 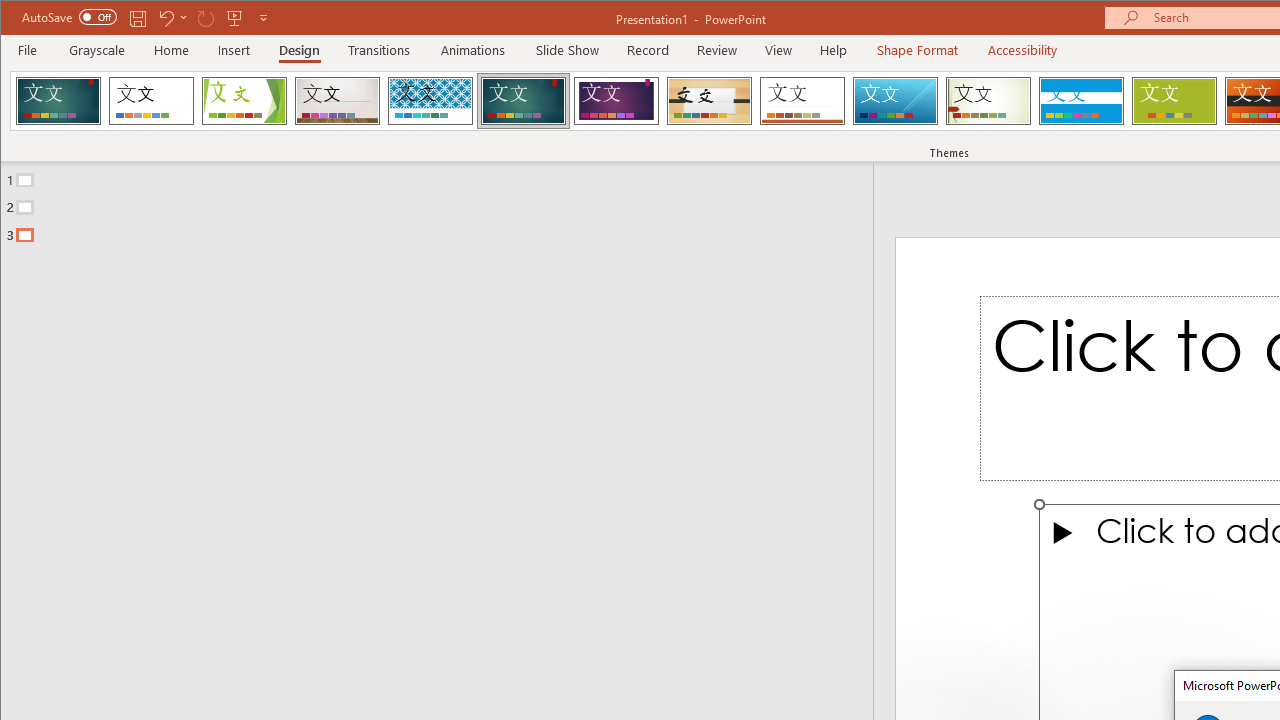 What do you see at coordinates (523, 100) in the screenshot?
I see `'Ion'` at bounding box center [523, 100].